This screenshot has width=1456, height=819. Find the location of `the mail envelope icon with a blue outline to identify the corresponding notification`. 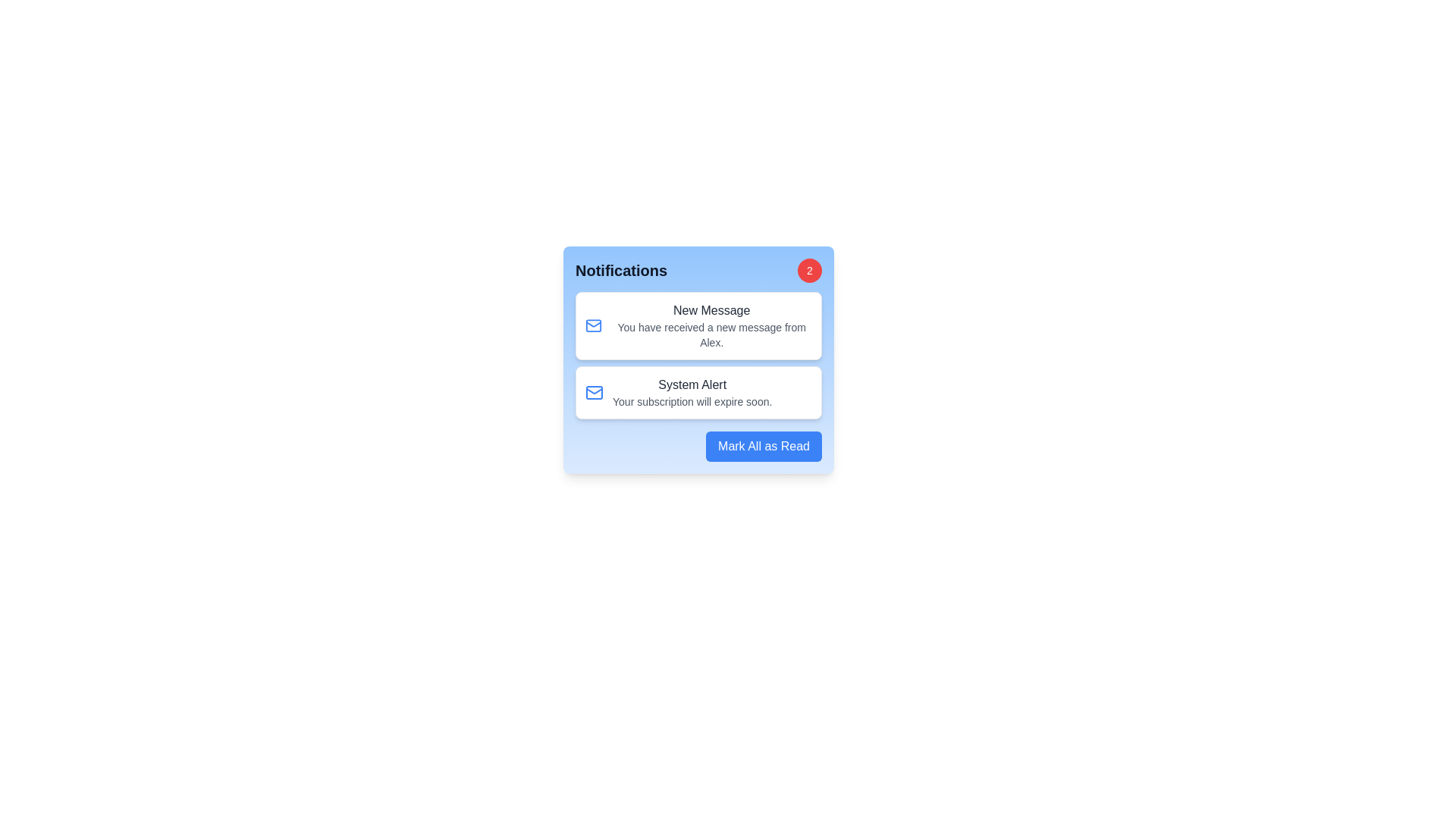

the mail envelope icon with a blue outline to identify the corresponding notification is located at coordinates (593, 325).